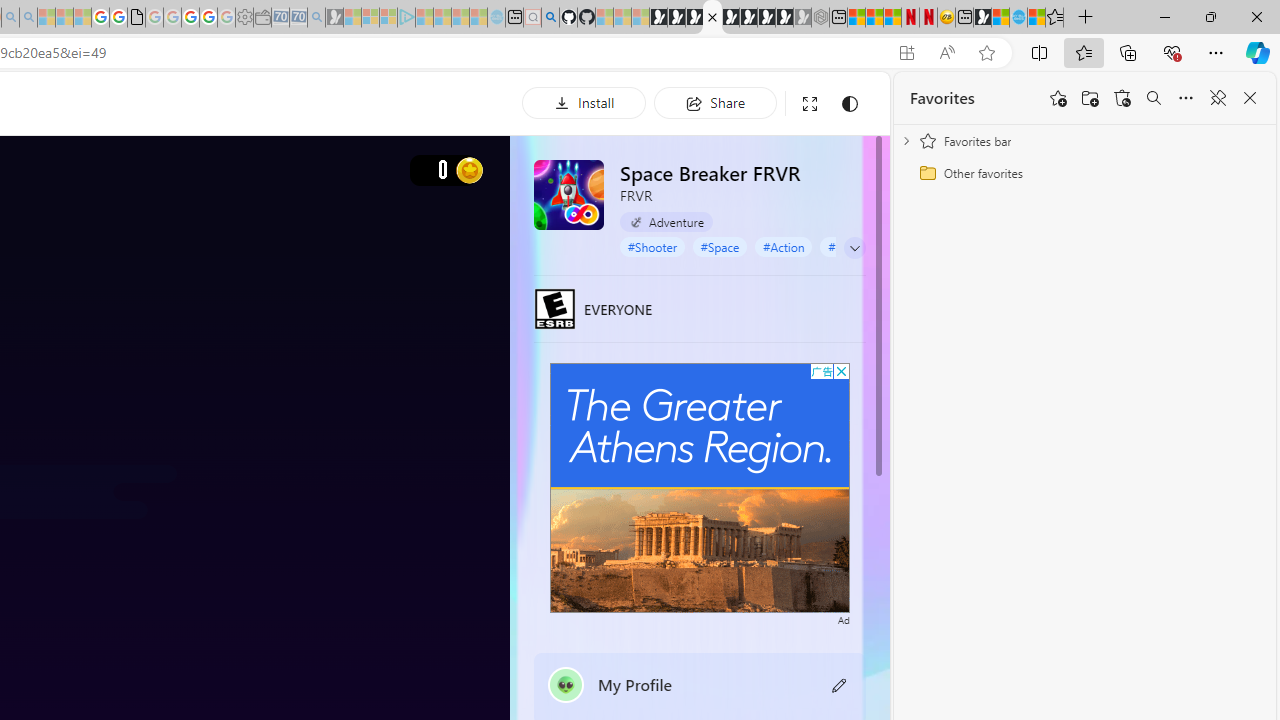 The width and height of the screenshot is (1280, 720). I want to click on 'Restore deleted favorites', so click(1122, 98).